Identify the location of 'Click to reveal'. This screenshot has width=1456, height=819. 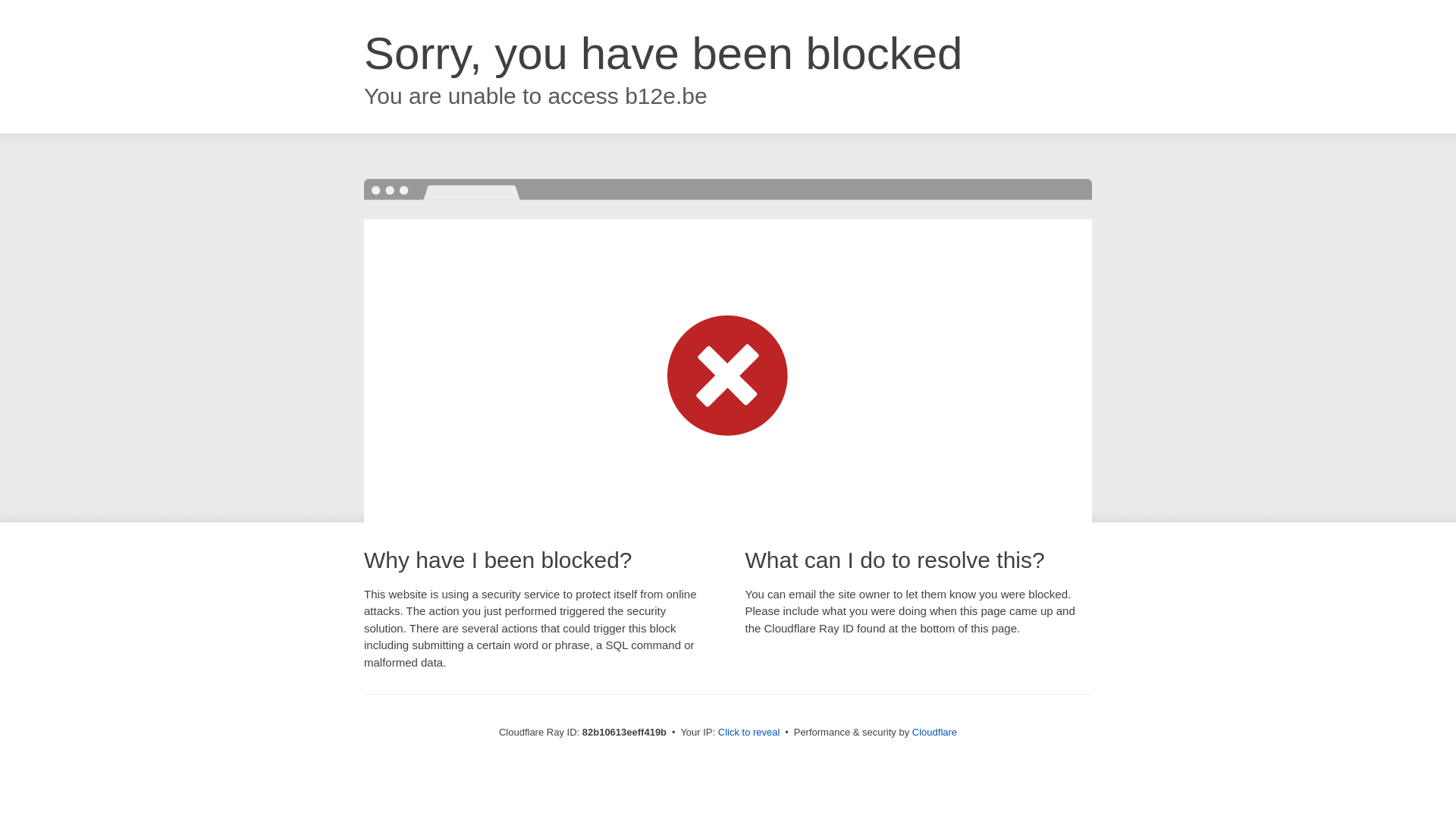
(749, 731).